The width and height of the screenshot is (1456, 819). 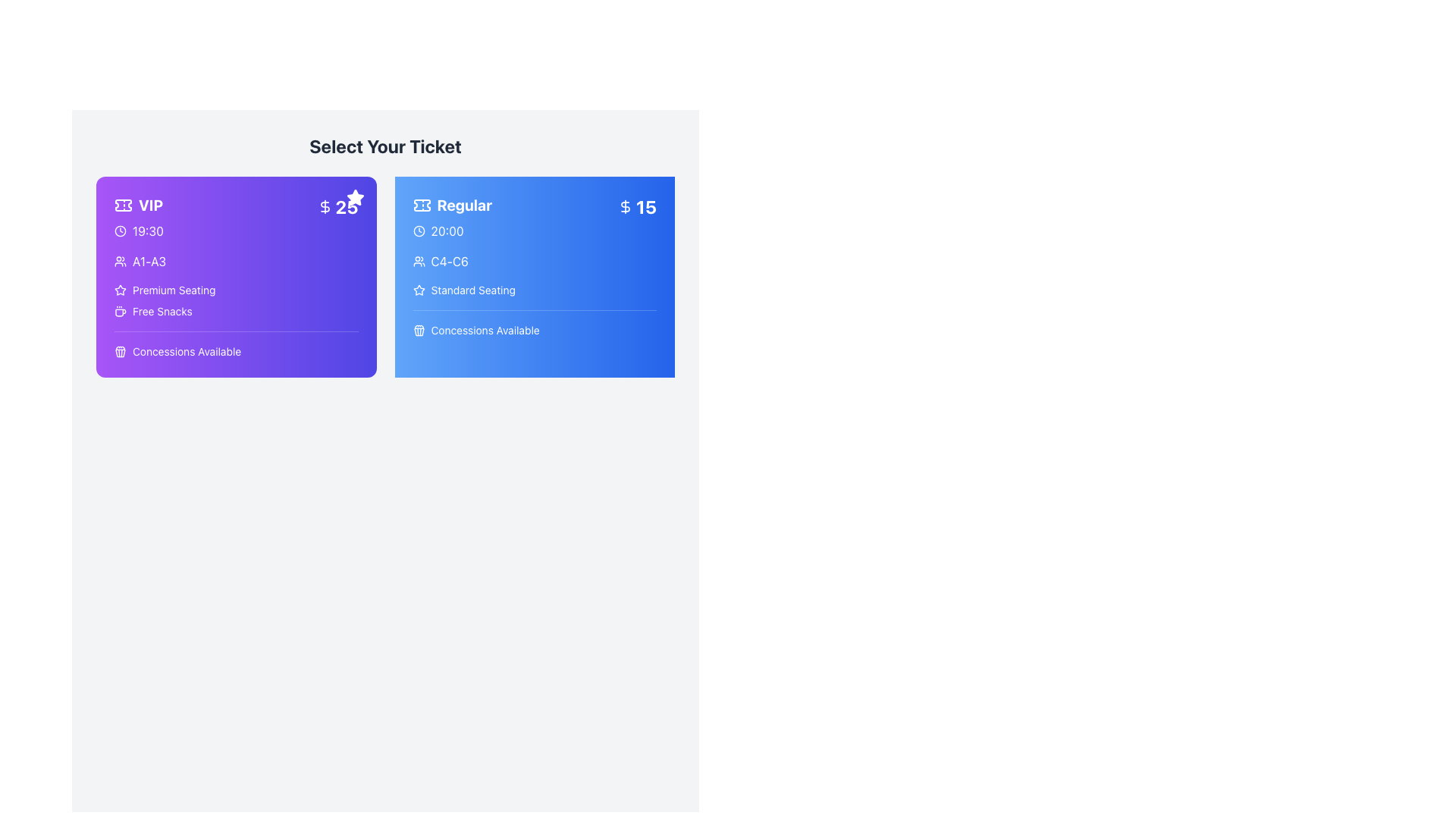 I want to click on the 'VIP' status icon located in the top-right corner of the card labeled 'VIP $25', which is positioned on the gradient purple header, so click(x=119, y=290).